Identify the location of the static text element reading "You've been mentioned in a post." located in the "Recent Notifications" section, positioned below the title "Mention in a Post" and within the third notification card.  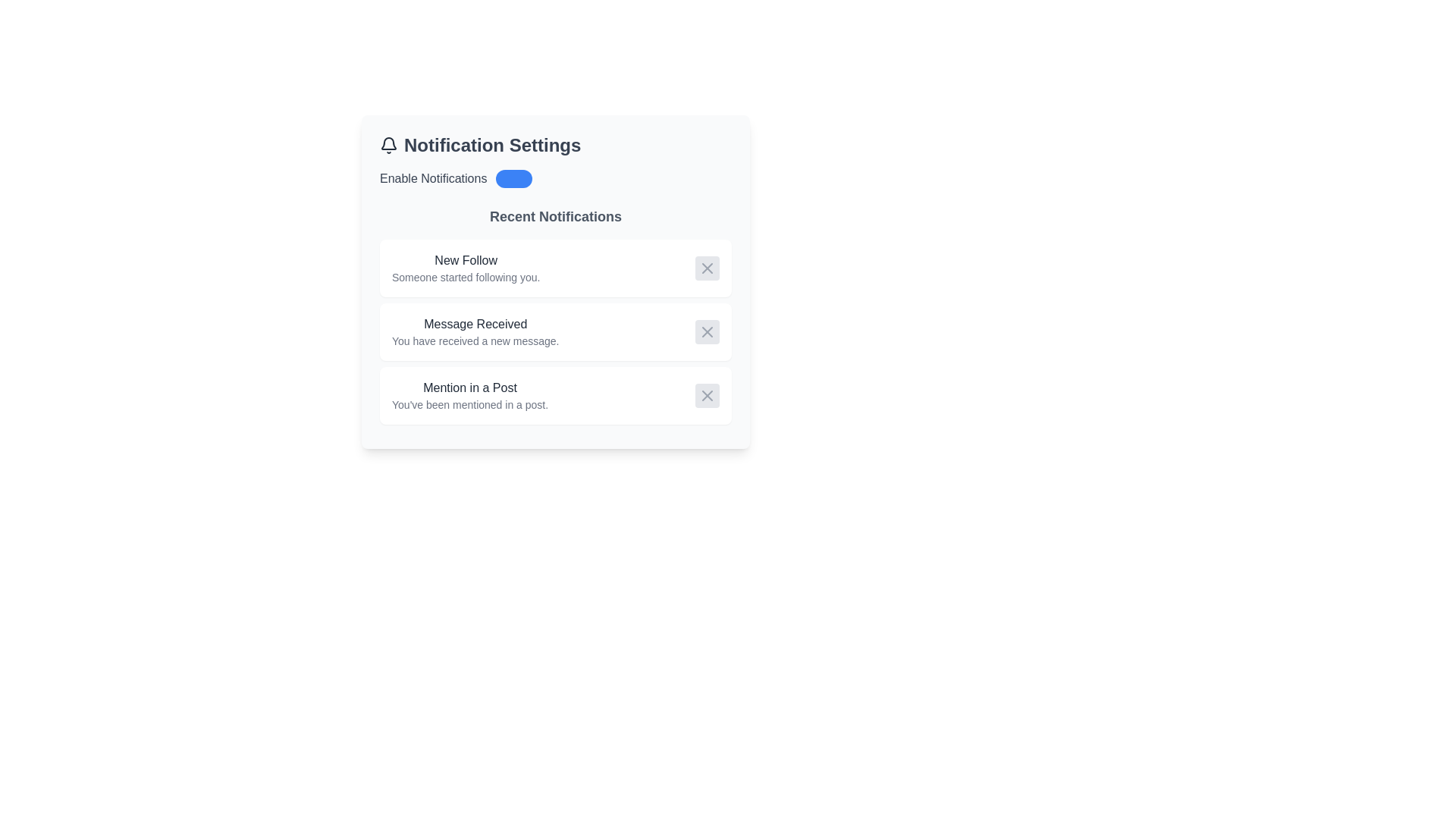
(469, 403).